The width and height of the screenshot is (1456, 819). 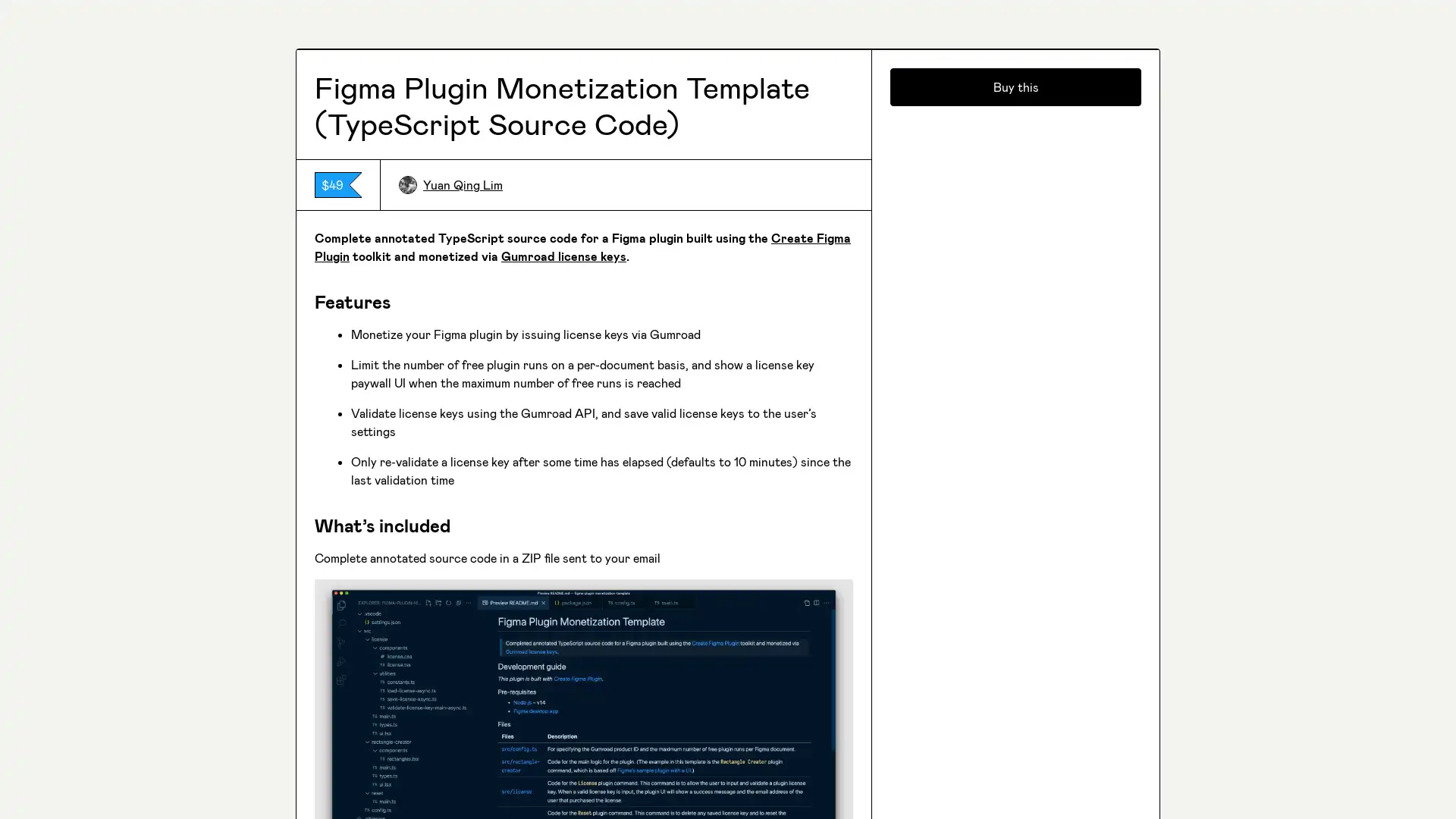 I want to click on Buy this, so click(x=1015, y=626).